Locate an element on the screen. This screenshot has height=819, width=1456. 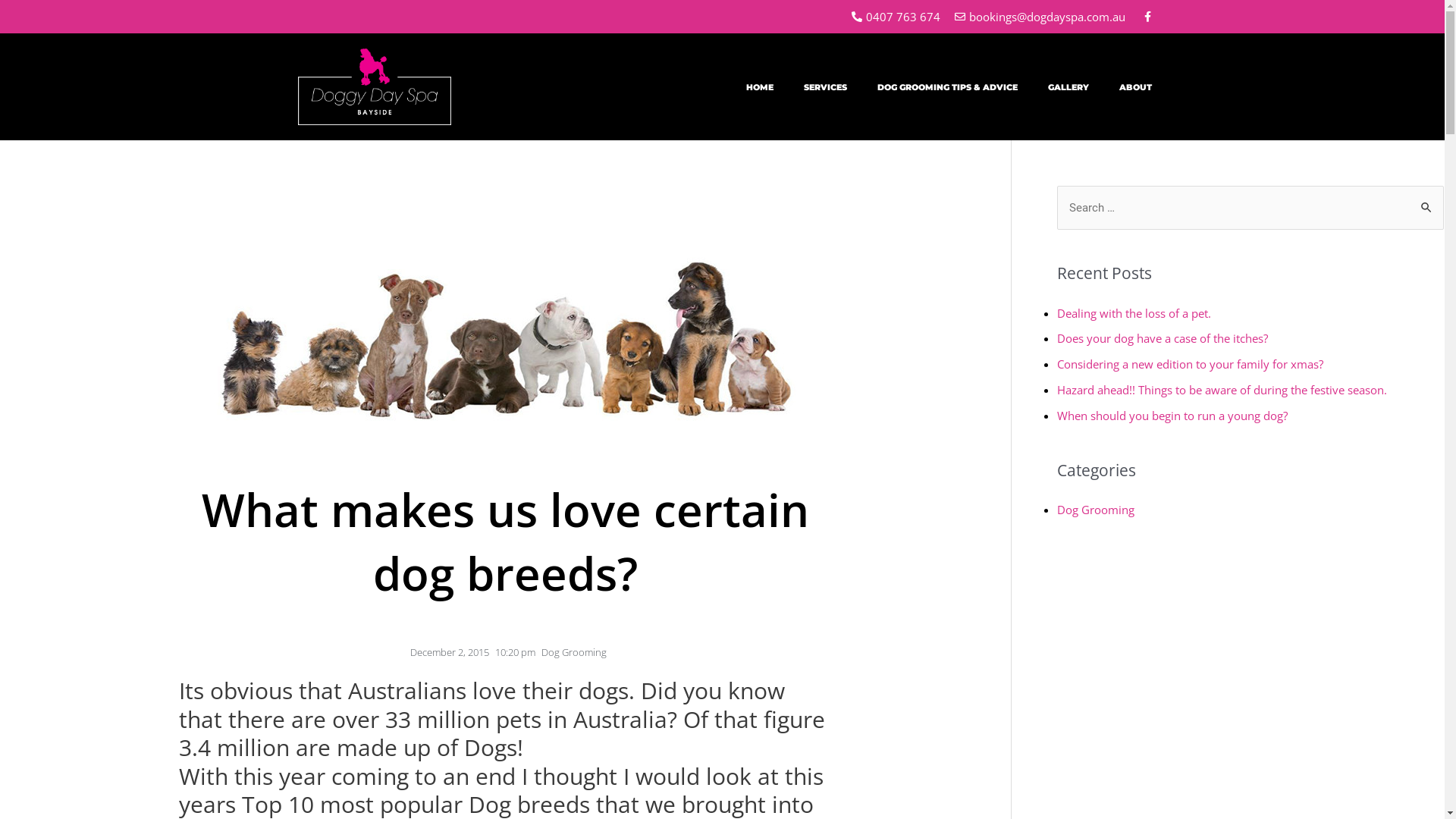
'bookings@dogdayspa.com.au' is located at coordinates (1038, 17).